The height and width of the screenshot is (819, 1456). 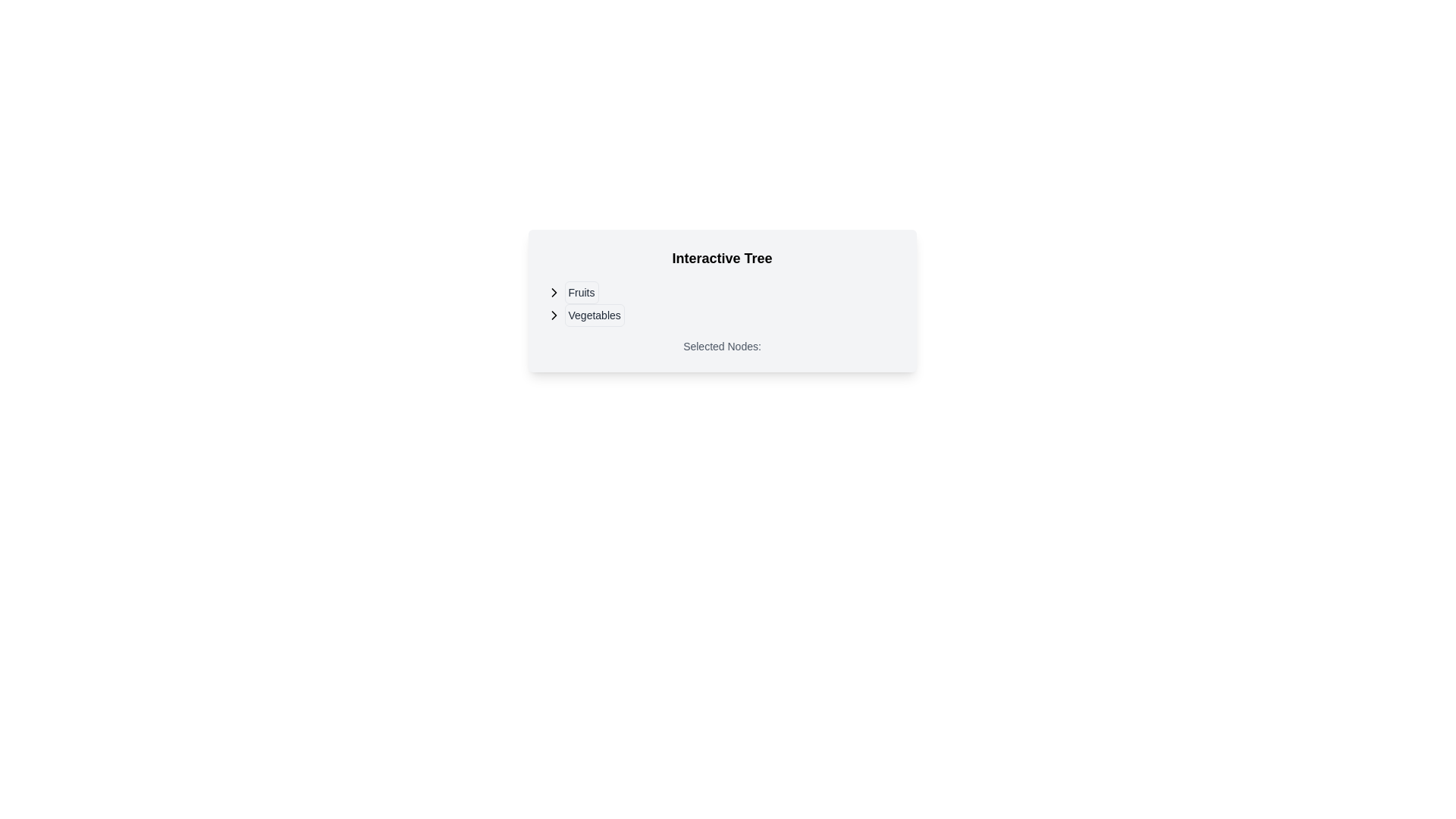 What do you see at coordinates (553, 315) in the screenshot?
I see `the chevron/arrow icon adjacent to the 'Vegetables' label in the 'Interactive Tree'` at bounding box center [553, 315].